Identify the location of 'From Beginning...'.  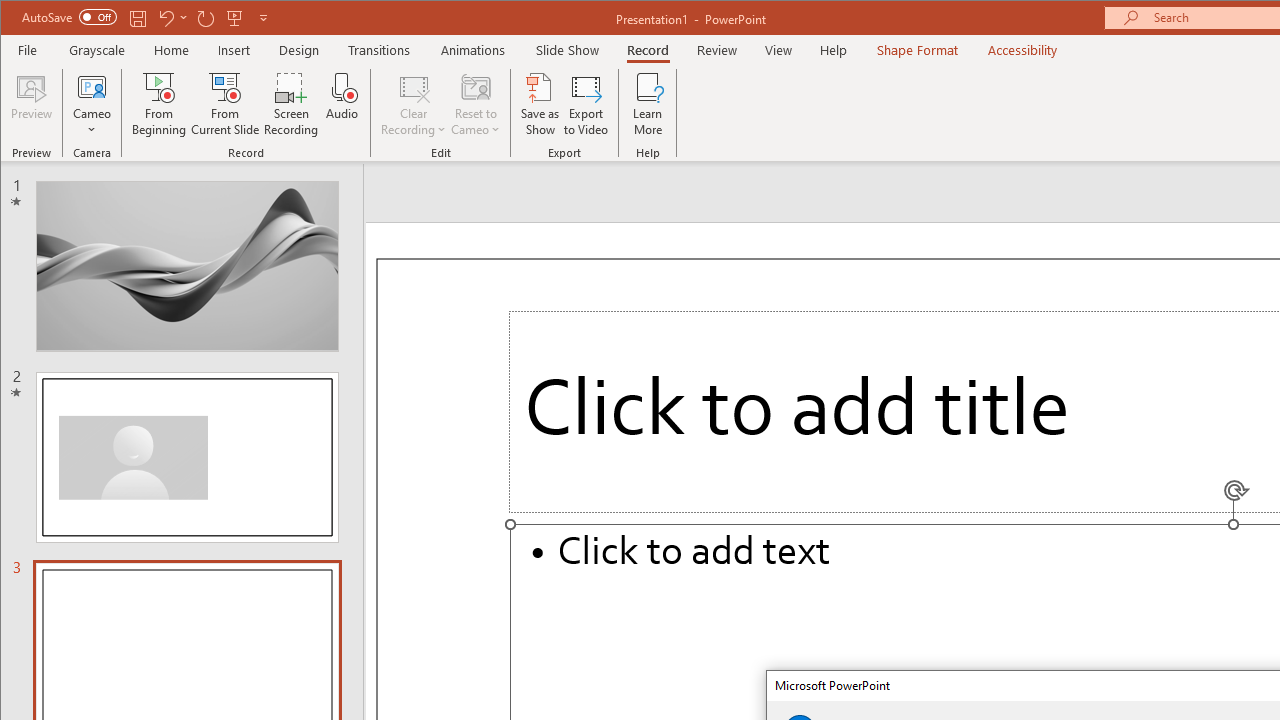
(160, 104).